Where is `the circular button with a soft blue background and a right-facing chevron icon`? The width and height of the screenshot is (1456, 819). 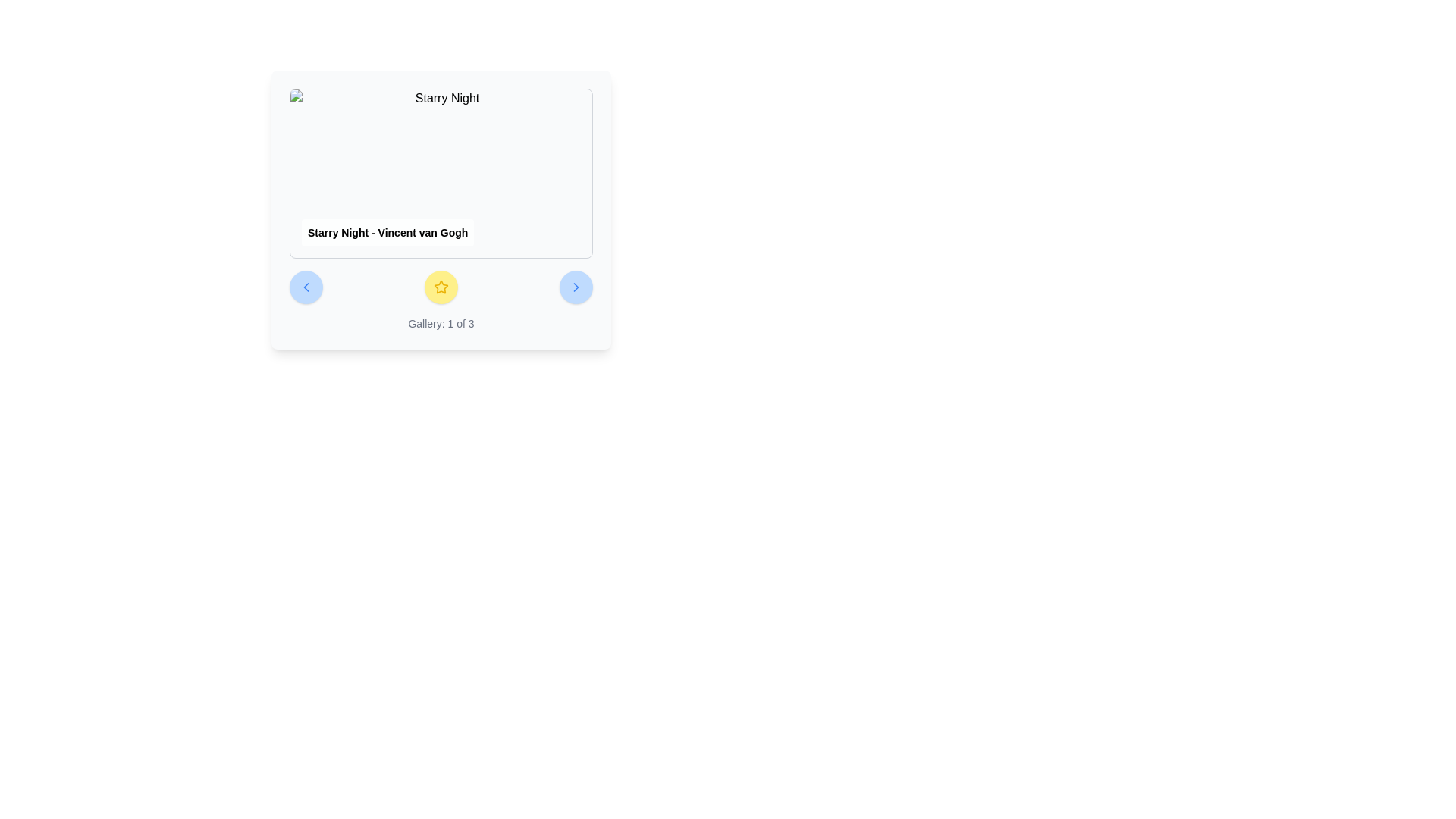 the circular button with a soft blue background and a right-facing chevron icon is located at coordinates (575, 287).